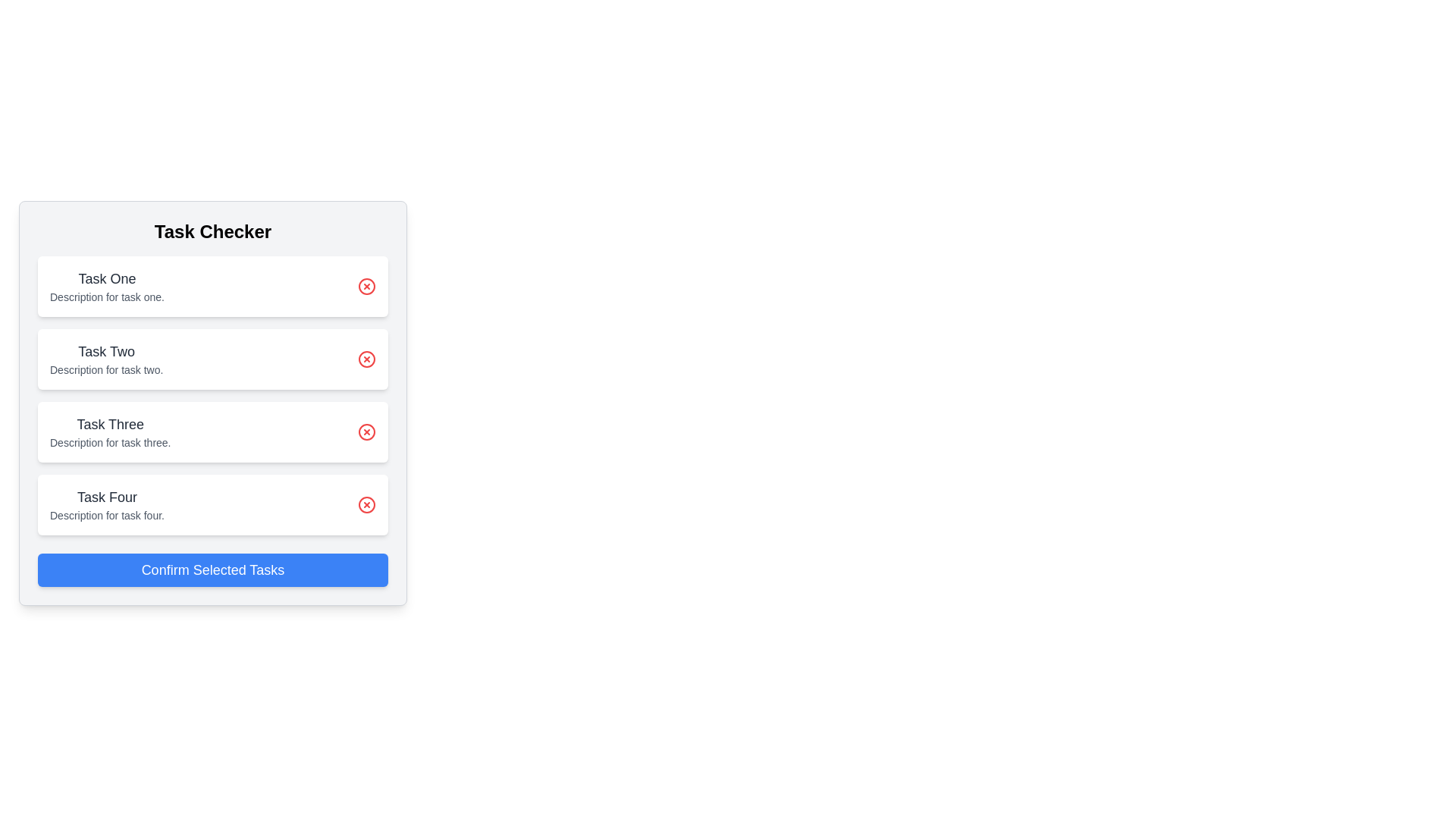  What do you see at coordinates (367, 432) in the screenshot?
I see `the Icon Button located to the far right of the 'Task Three' list item` at bounding box center [367, 432].